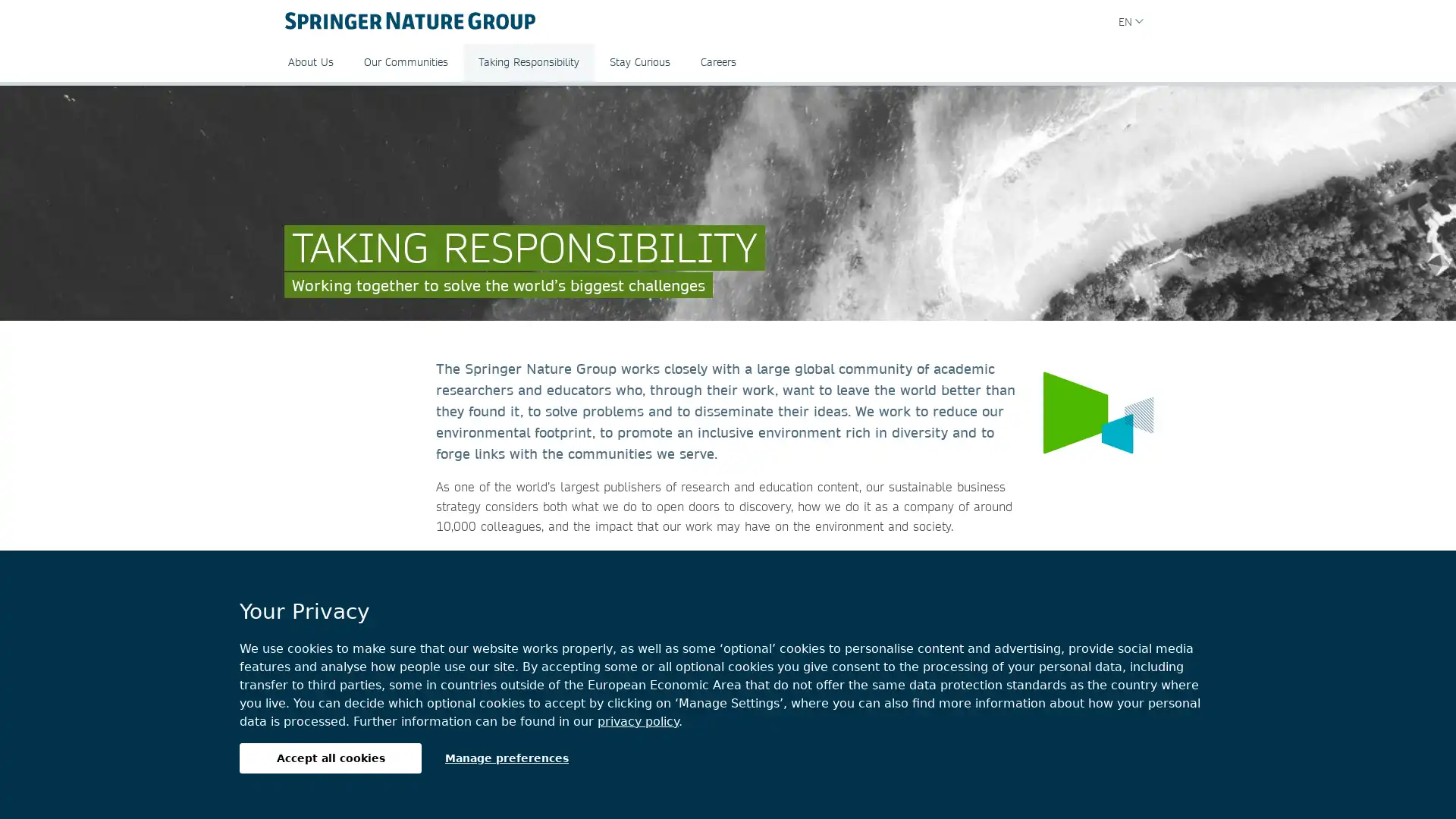 This screenshot has height=819, width=1456. What do you see at coordinates (507, 758) in the screenshot?
I see `Manage preferences` at bounding box center [507, 758].